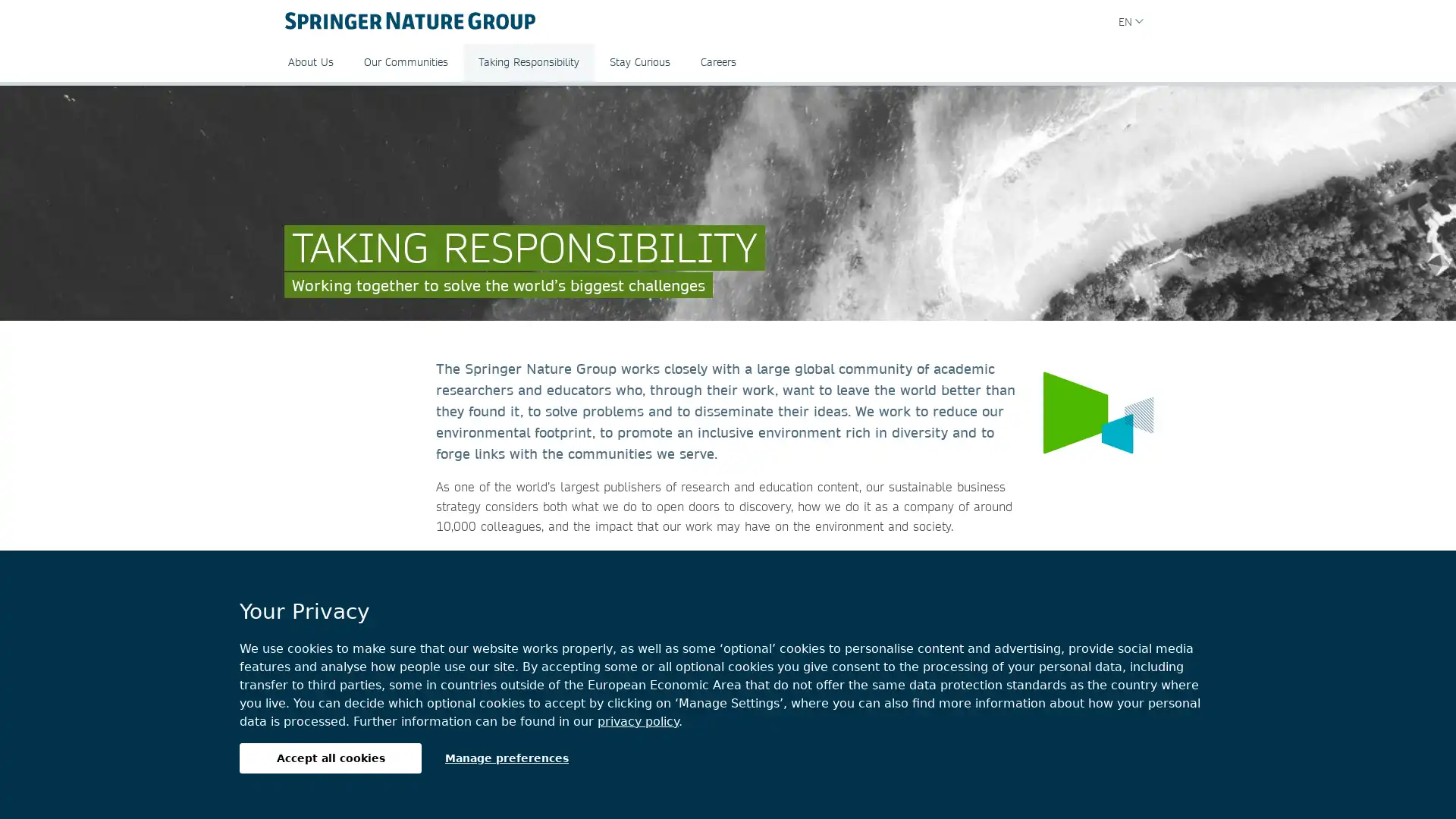 This screenshot has height=819, width=1456. What do you see at coordinates (507, 758) in the screenshot?
I see `Manage preferences` at bounding box center [507, 758].